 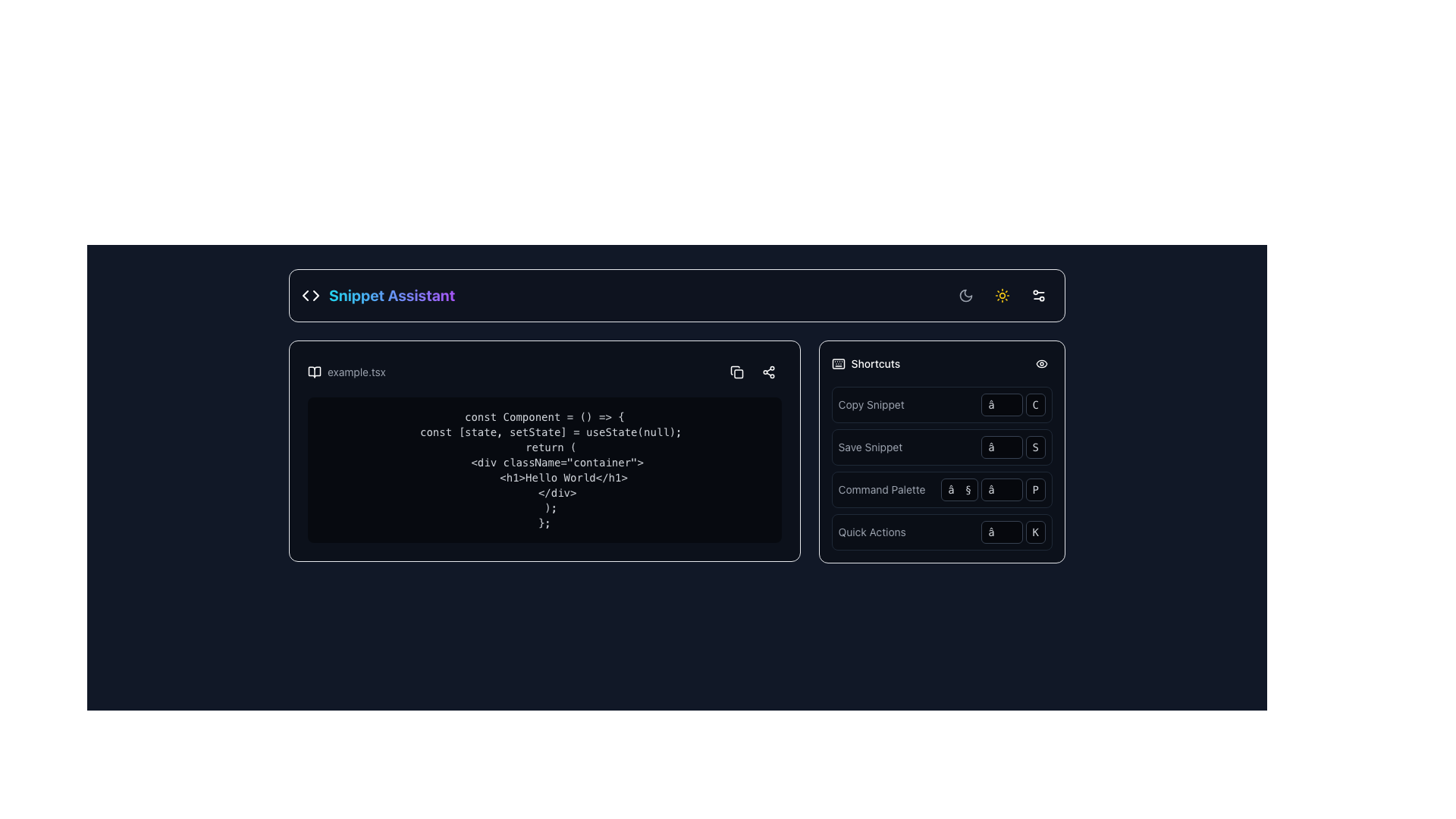 What do you see at coordinates (866, 363) in the screenshot?
I see `the 'Shortcuts' label with a cyan keyboard icon located in the upper right section of the card-like interface` at bounding box center [866, 363].